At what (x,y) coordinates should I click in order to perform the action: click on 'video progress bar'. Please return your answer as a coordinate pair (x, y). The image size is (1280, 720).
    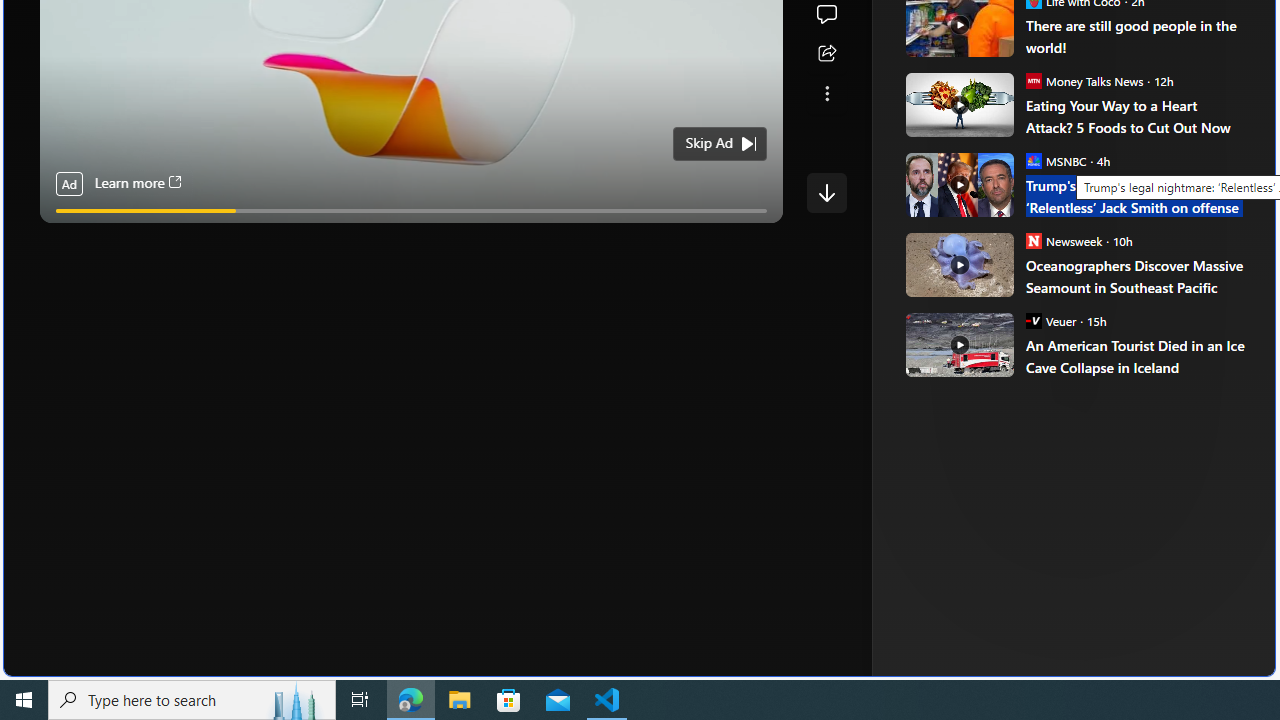
    Looking at the image, I should click on (410, 211).